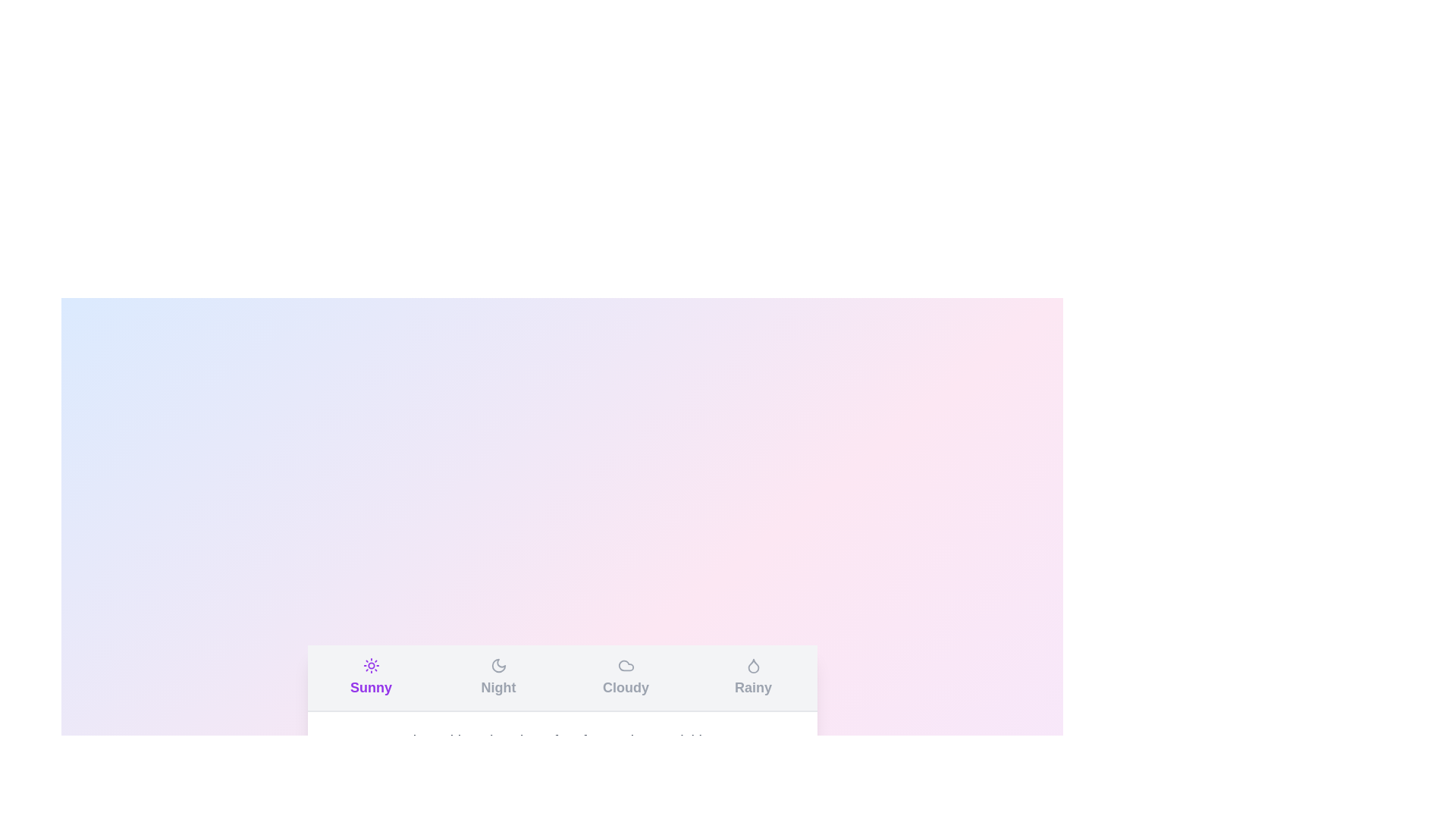  I want to click on the tab labeled Rainy to switch to the respective weather condition, so click(753, 677).